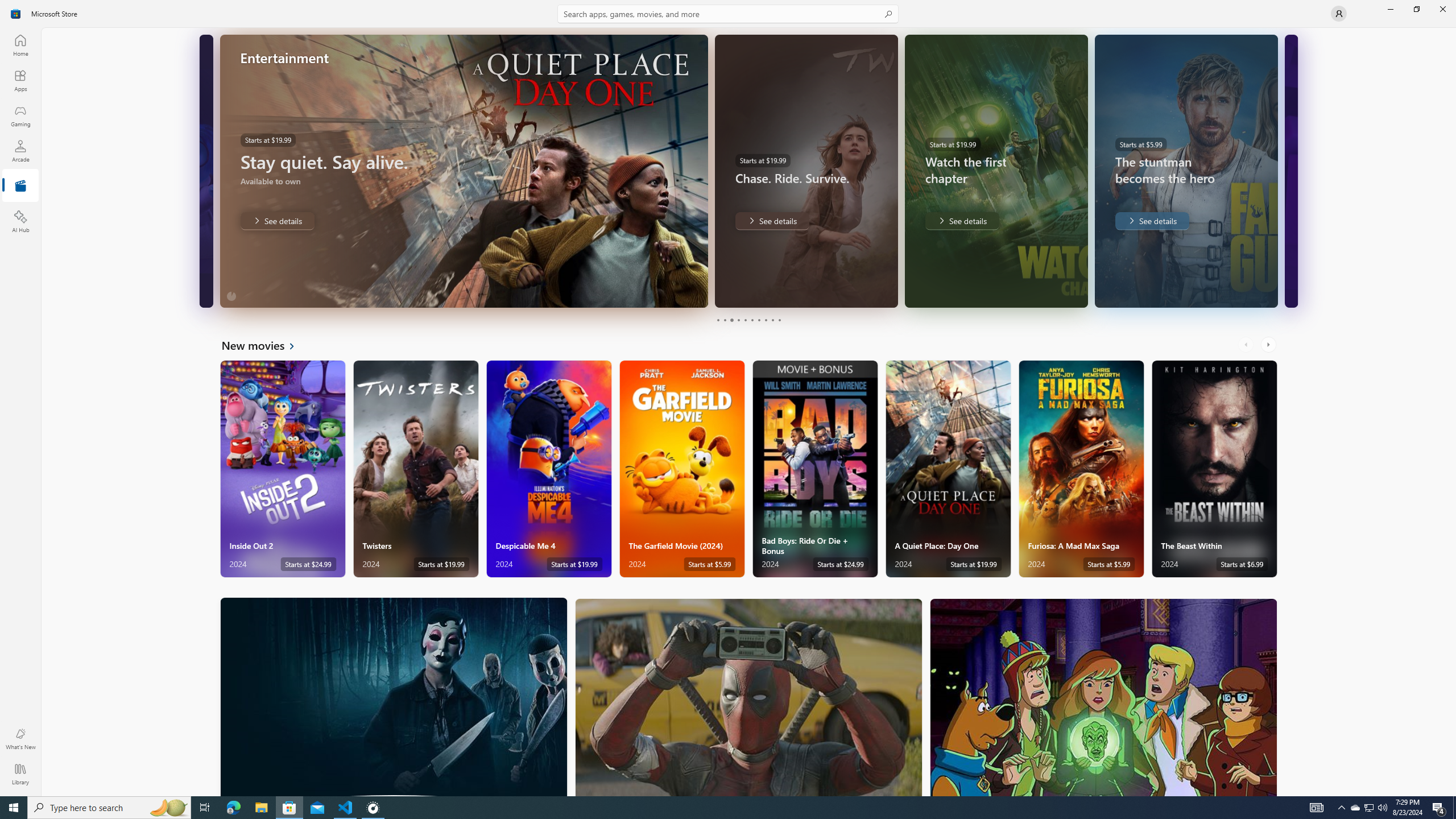 The width and height of the screenshot is (1456, 819). What do you see at coordinates (394, 696) in the screenshot?
I see `'Horror'` at bounding box center [394, 696].